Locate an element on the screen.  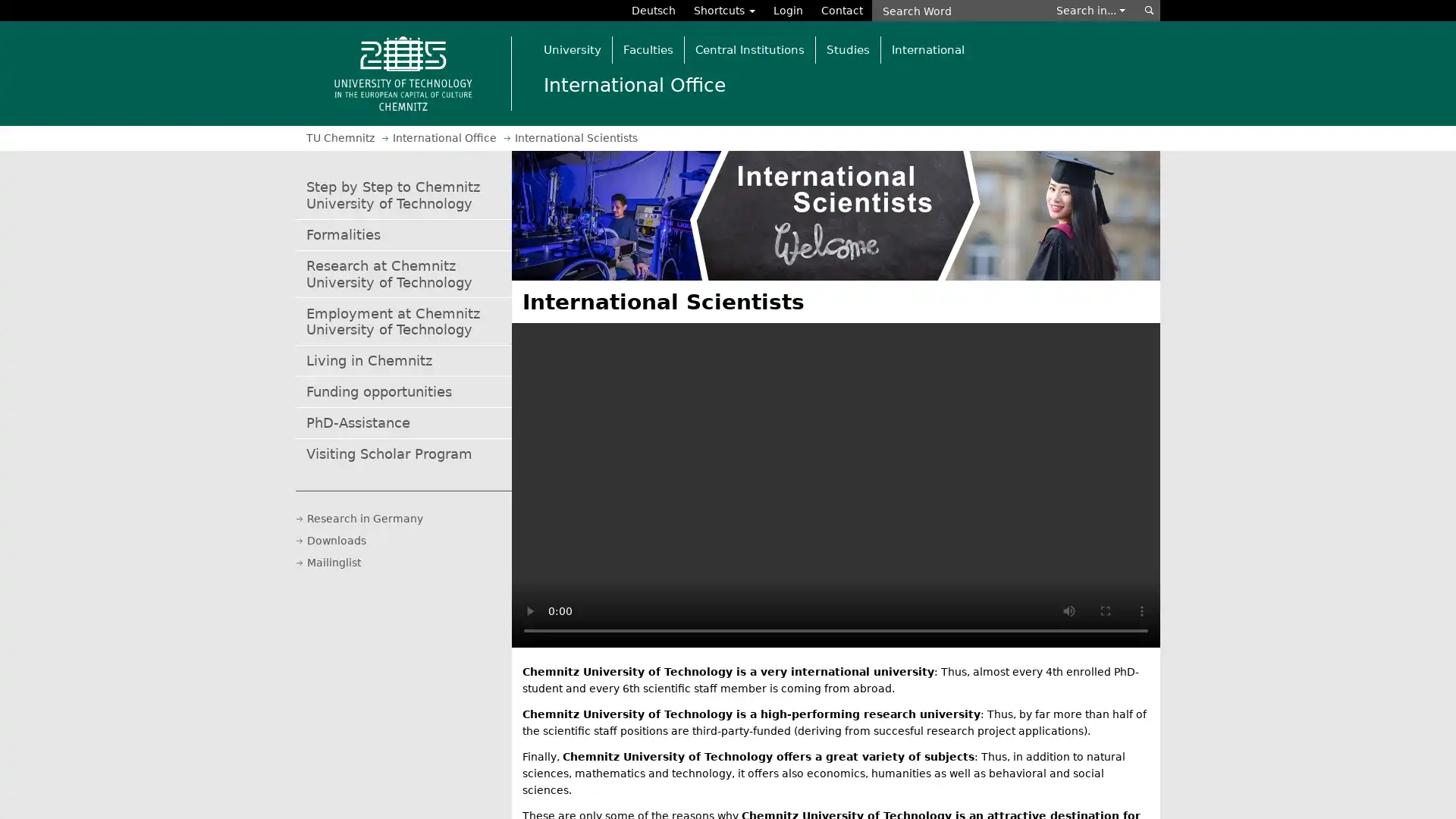
show more media controls is located at coordinates (1142, 610).